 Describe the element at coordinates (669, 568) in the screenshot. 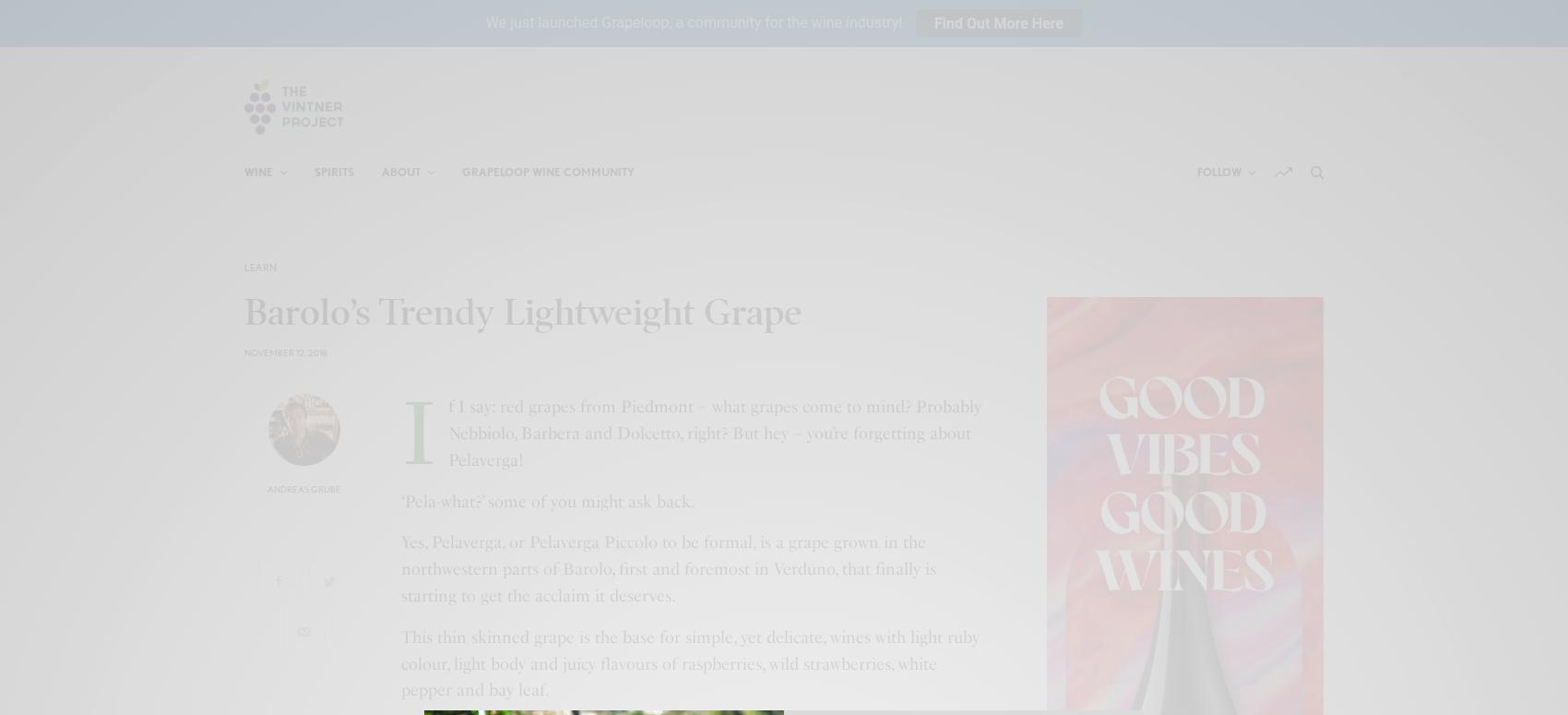

I see `'Yes, Pelaverga, or Pelaverga Piccolo to be formal, is a grape grown in the northwestern parts of Barolo, first and foremost in Verduno, that finally is starting to get the acclaim it deserves.'` at that location.